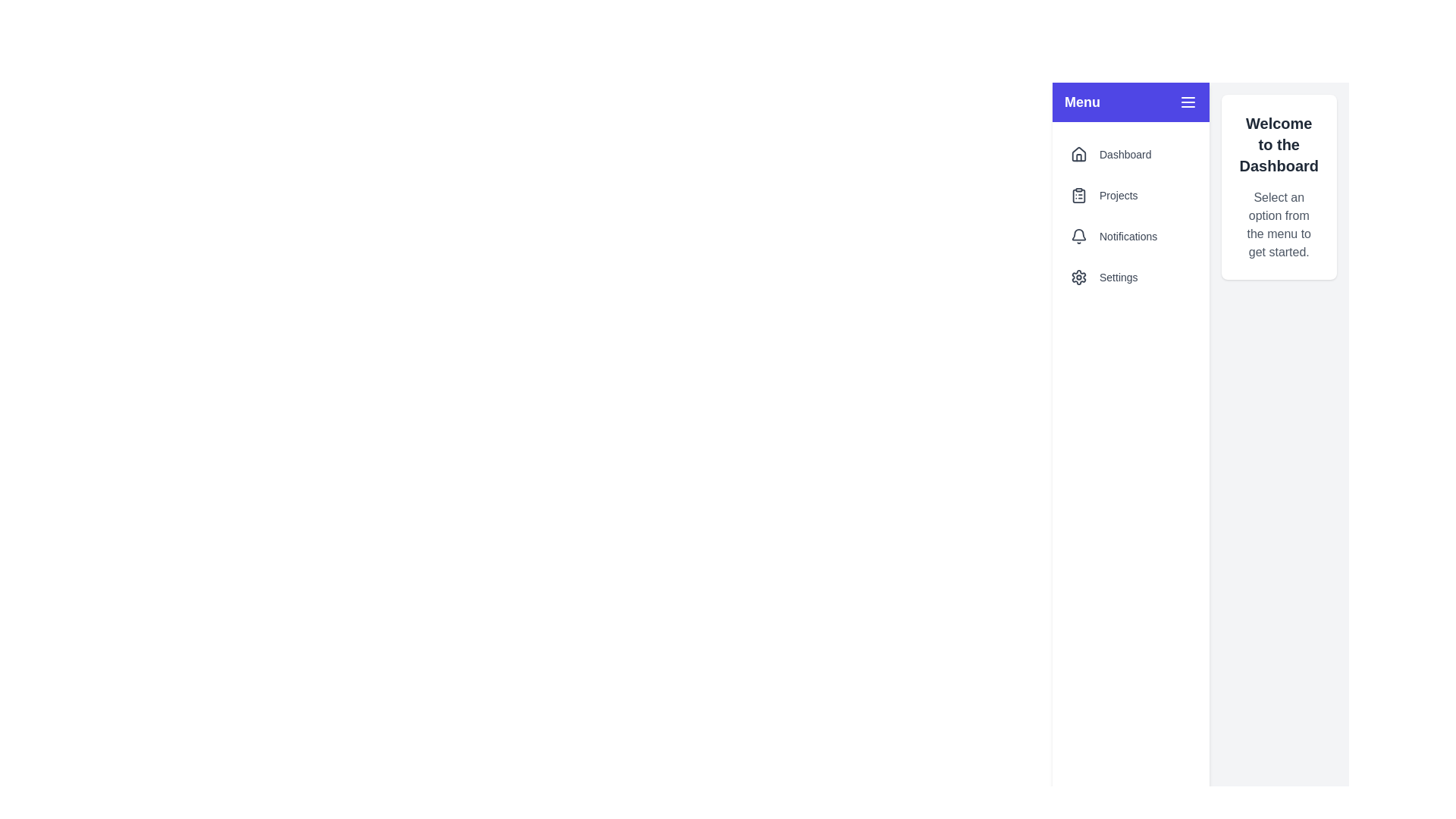 The height and width of the screenshot is (819, 1456). What do you see at coordinates (1131, 195) in the screenshot?
I see `the menu item labeled Projects` at bounding box center [1131, 195].